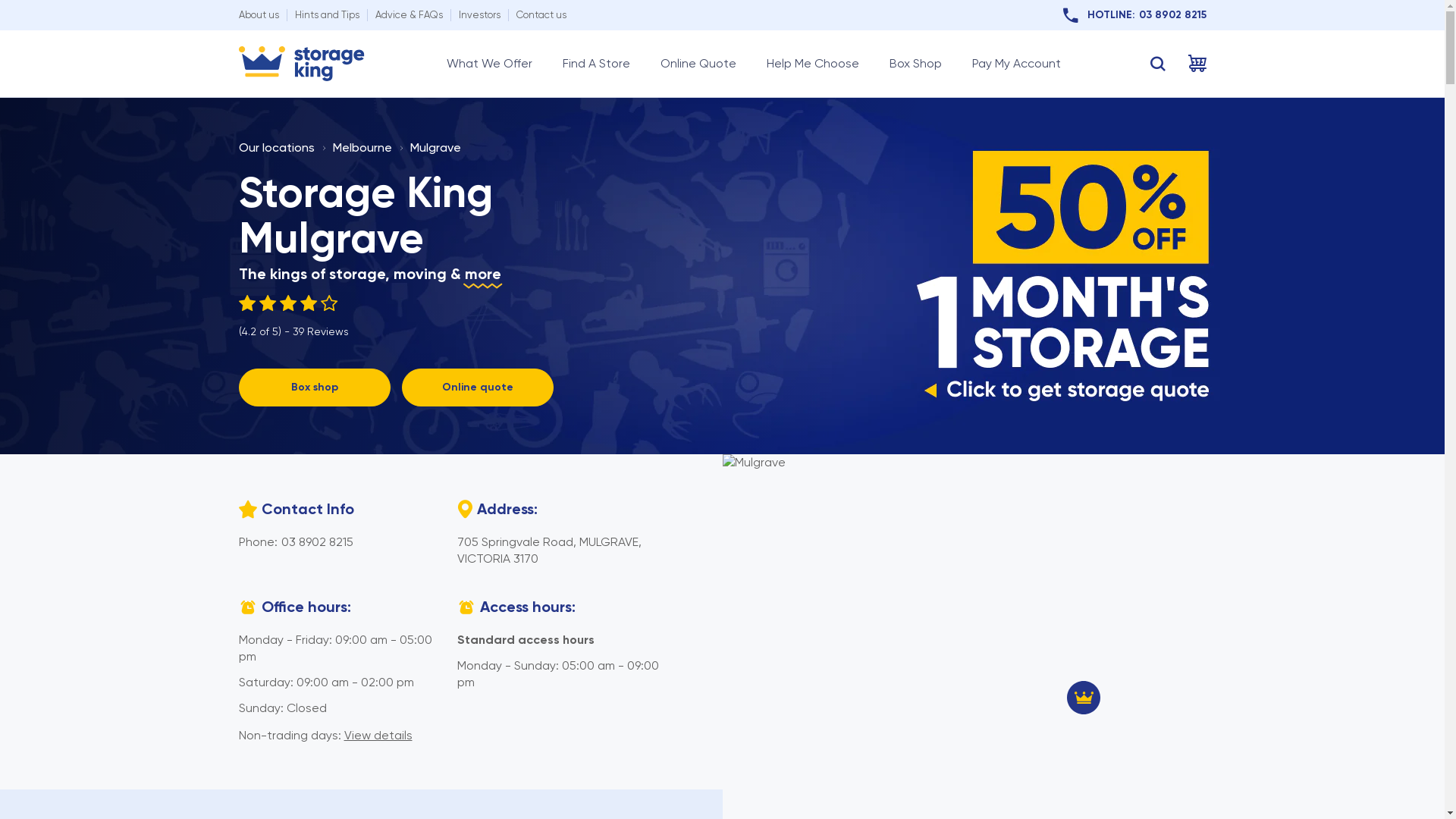  I want to click on 'HOTLINE:, so click(1134, 14).